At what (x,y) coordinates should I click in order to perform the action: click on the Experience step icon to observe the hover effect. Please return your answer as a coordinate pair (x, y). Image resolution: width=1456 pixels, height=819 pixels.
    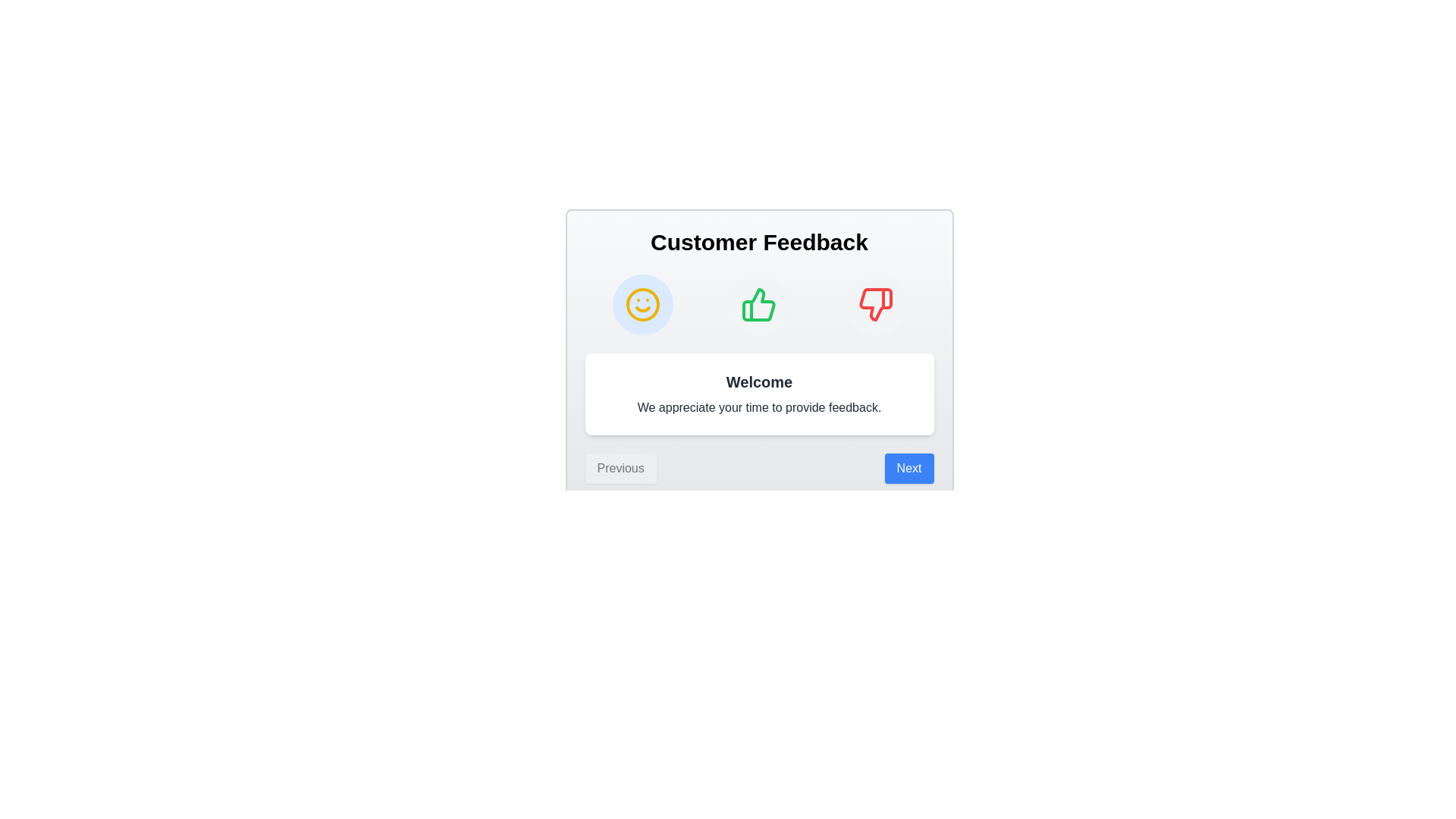
    Looking at the image, I should click on (759, 304).